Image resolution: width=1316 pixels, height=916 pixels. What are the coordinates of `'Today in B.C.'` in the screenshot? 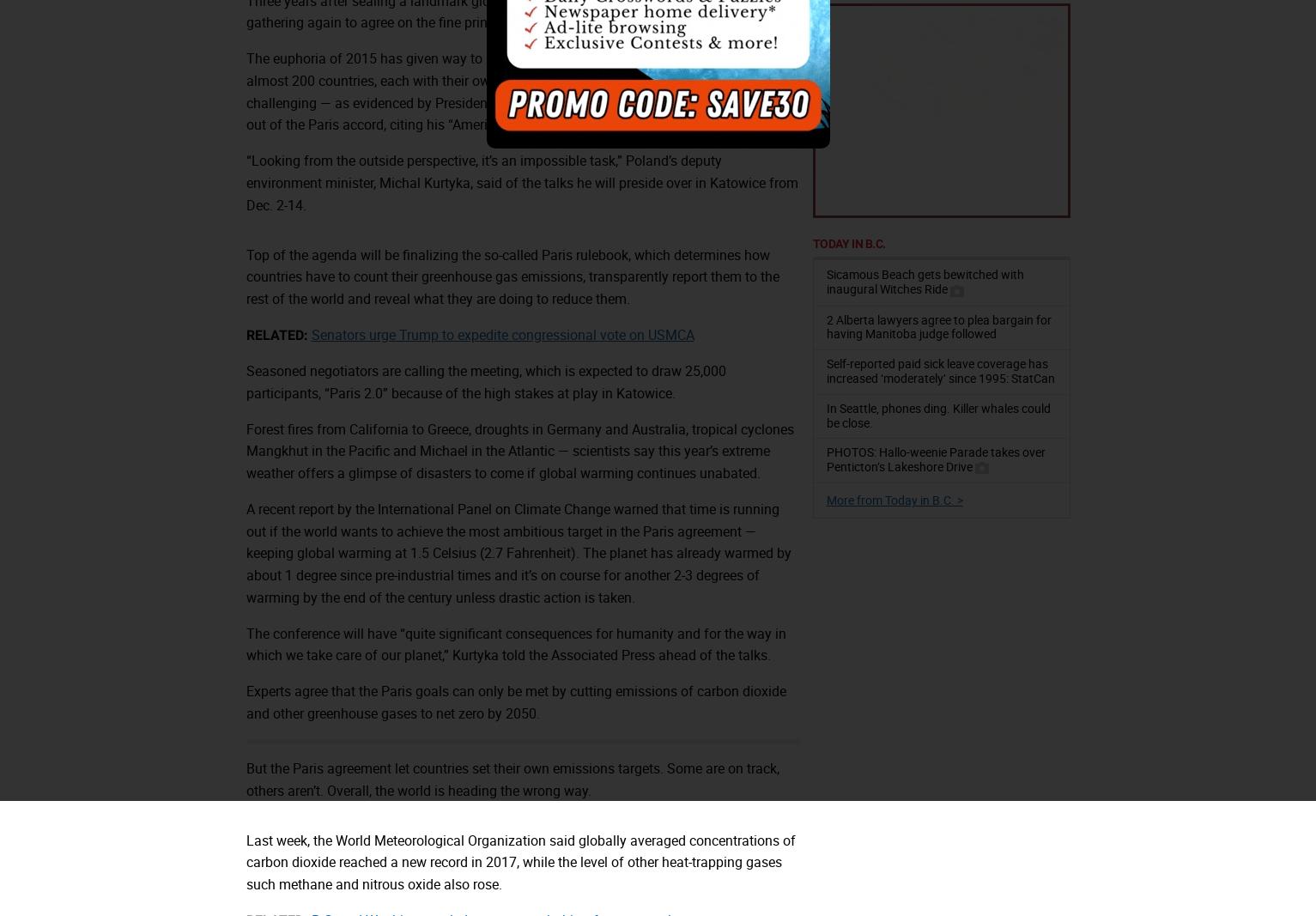 It's located at (812, 244).